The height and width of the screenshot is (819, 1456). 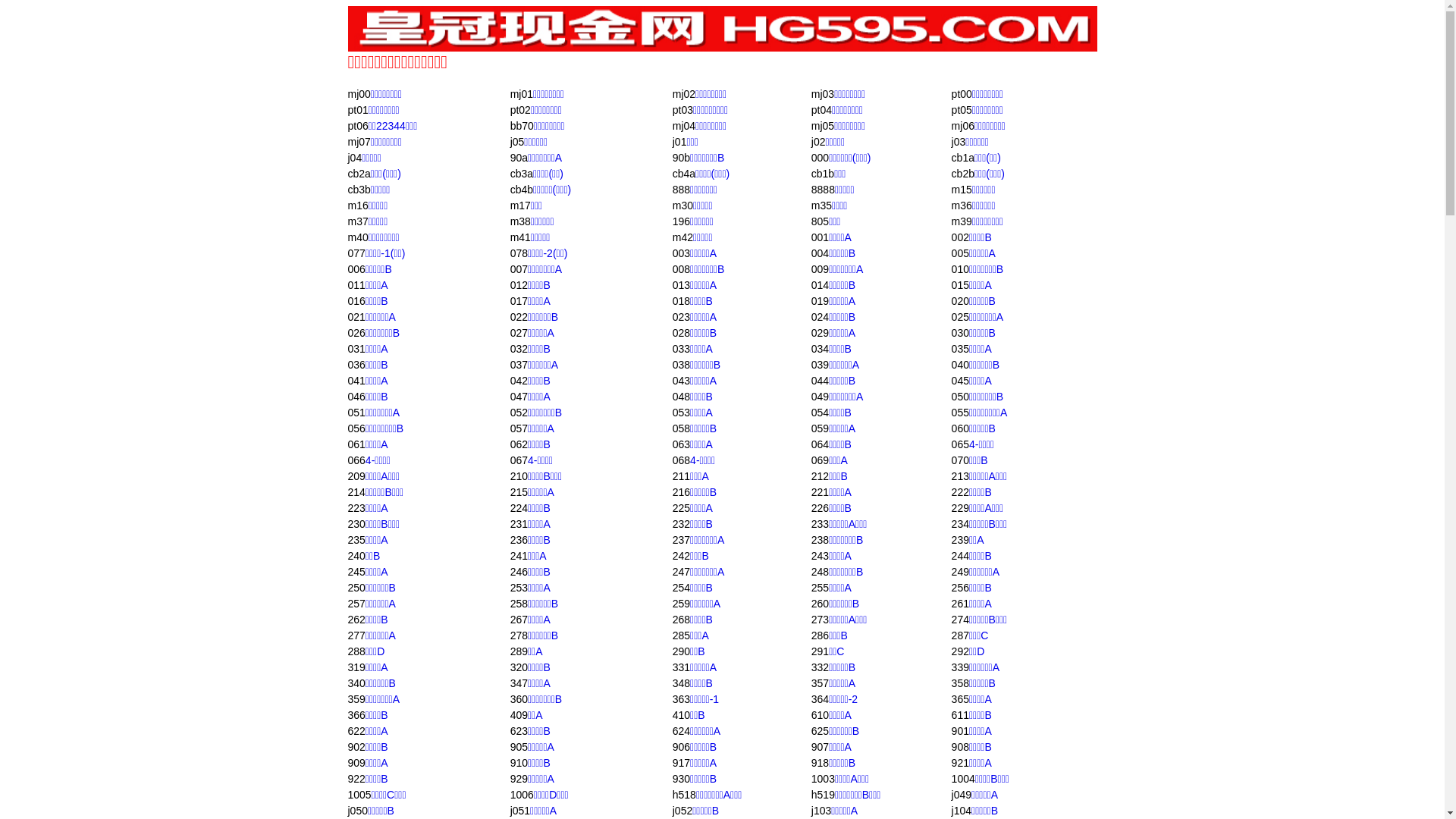 What do you see at coordinates (819, 412) in the screenshot?
I see `'054'` at bounding box center [819, 412].